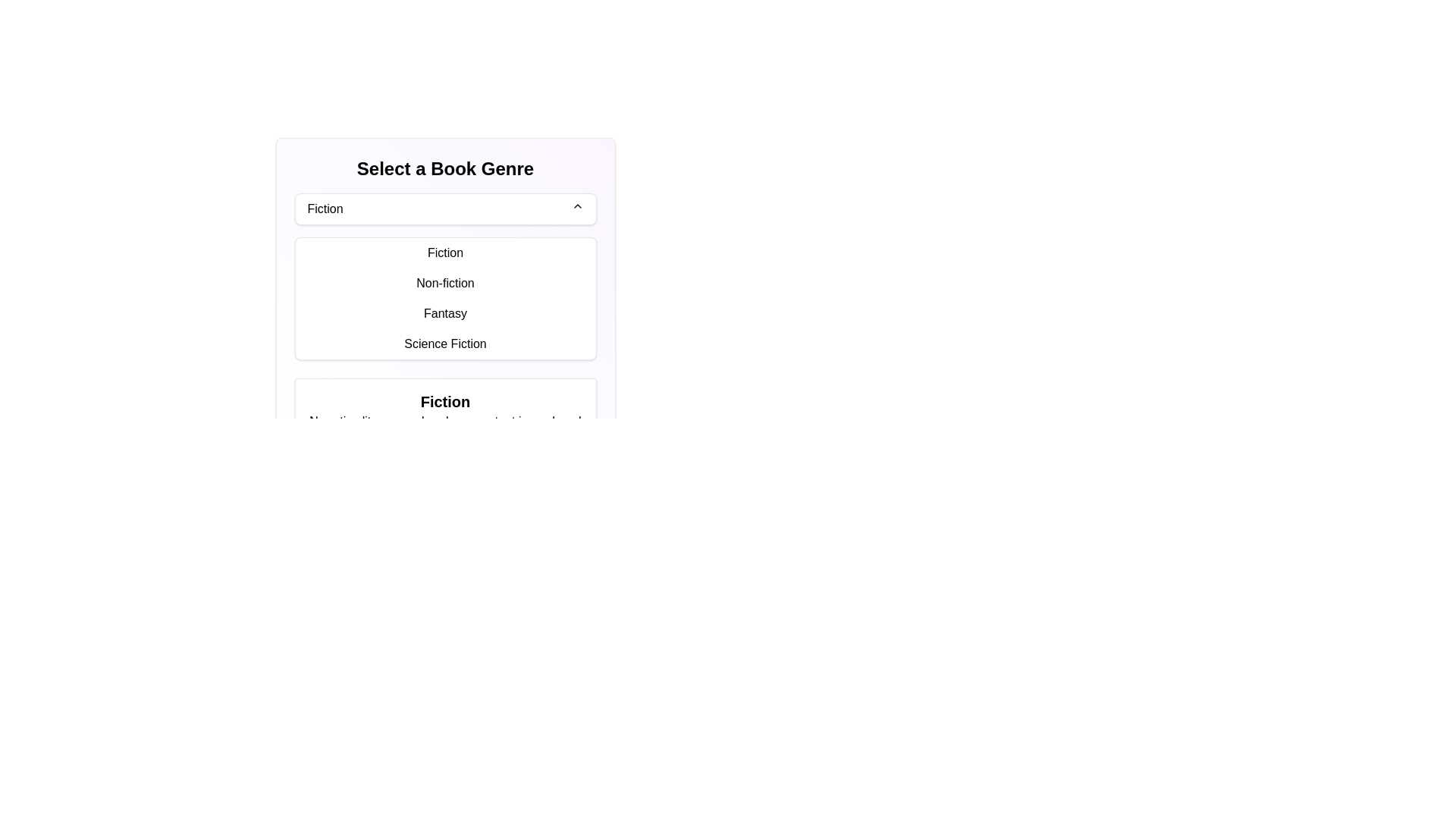  What do you see at coordinates (444, 420) in the screenshot?
I see `text from the informational card that provides a description for the Fiction genre, located below the dropdown list of book genres in the 'Select a Book Genre' section` at bounding box center [444, 420].